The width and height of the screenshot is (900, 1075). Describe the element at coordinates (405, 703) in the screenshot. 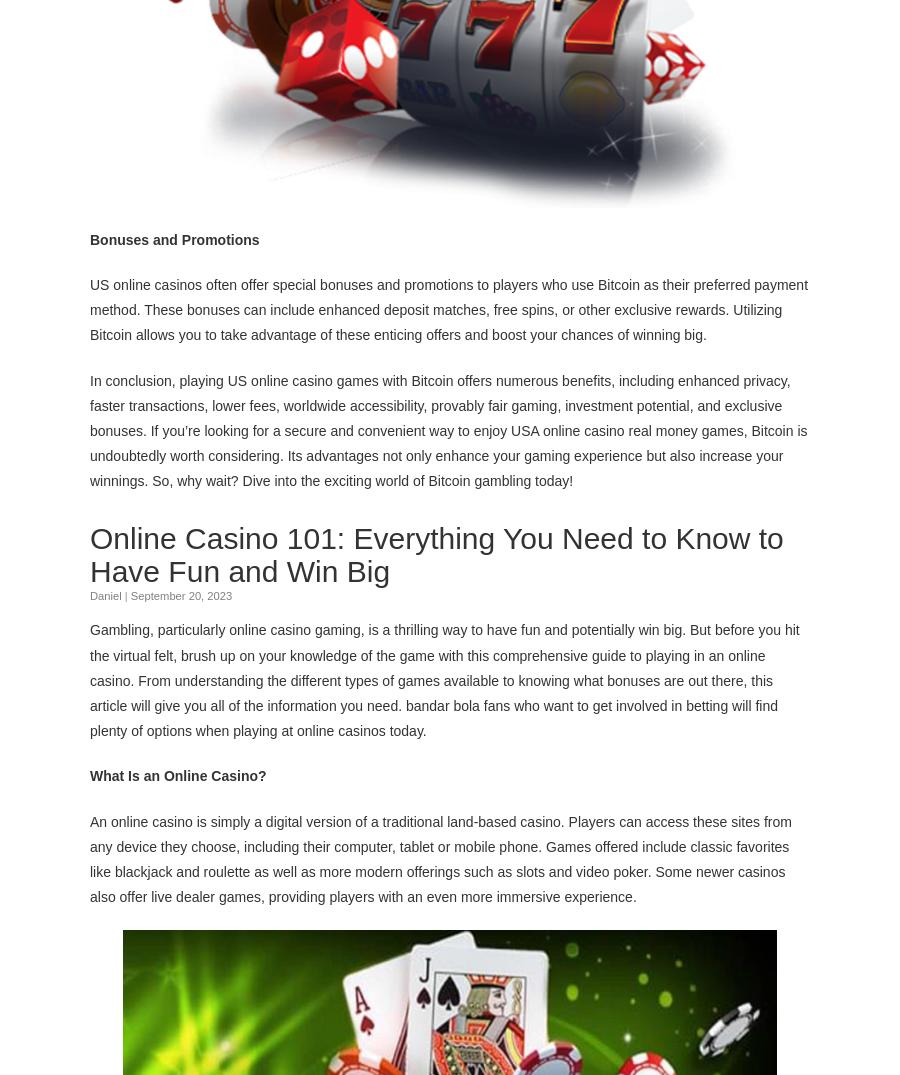

I see `'bandar bola'` at that location.